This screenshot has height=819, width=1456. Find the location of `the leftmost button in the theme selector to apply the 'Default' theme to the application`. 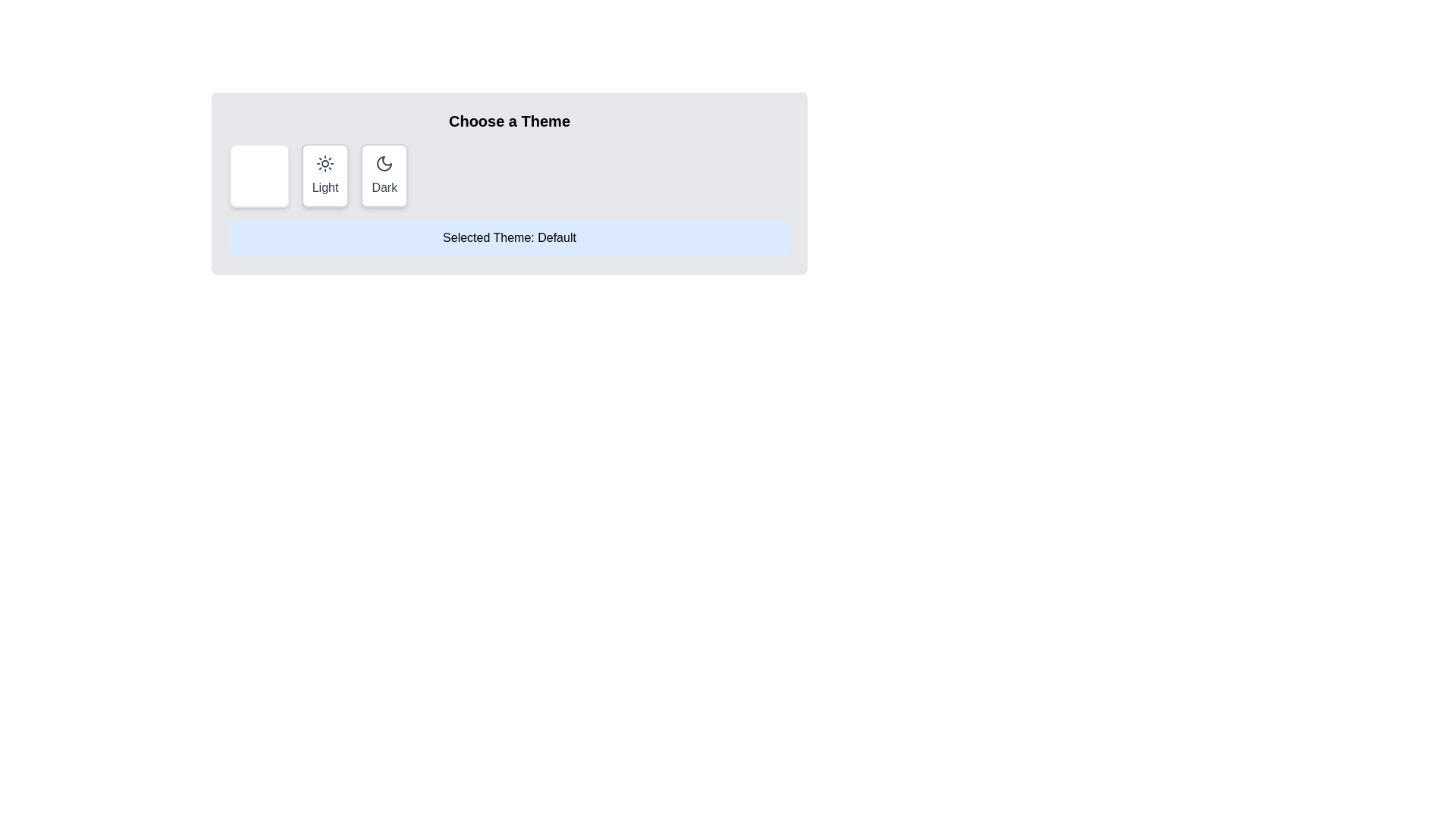

the leftmost button in the theme selector to apply the 'Default' theme to the application is located at coordinates (259, 174).